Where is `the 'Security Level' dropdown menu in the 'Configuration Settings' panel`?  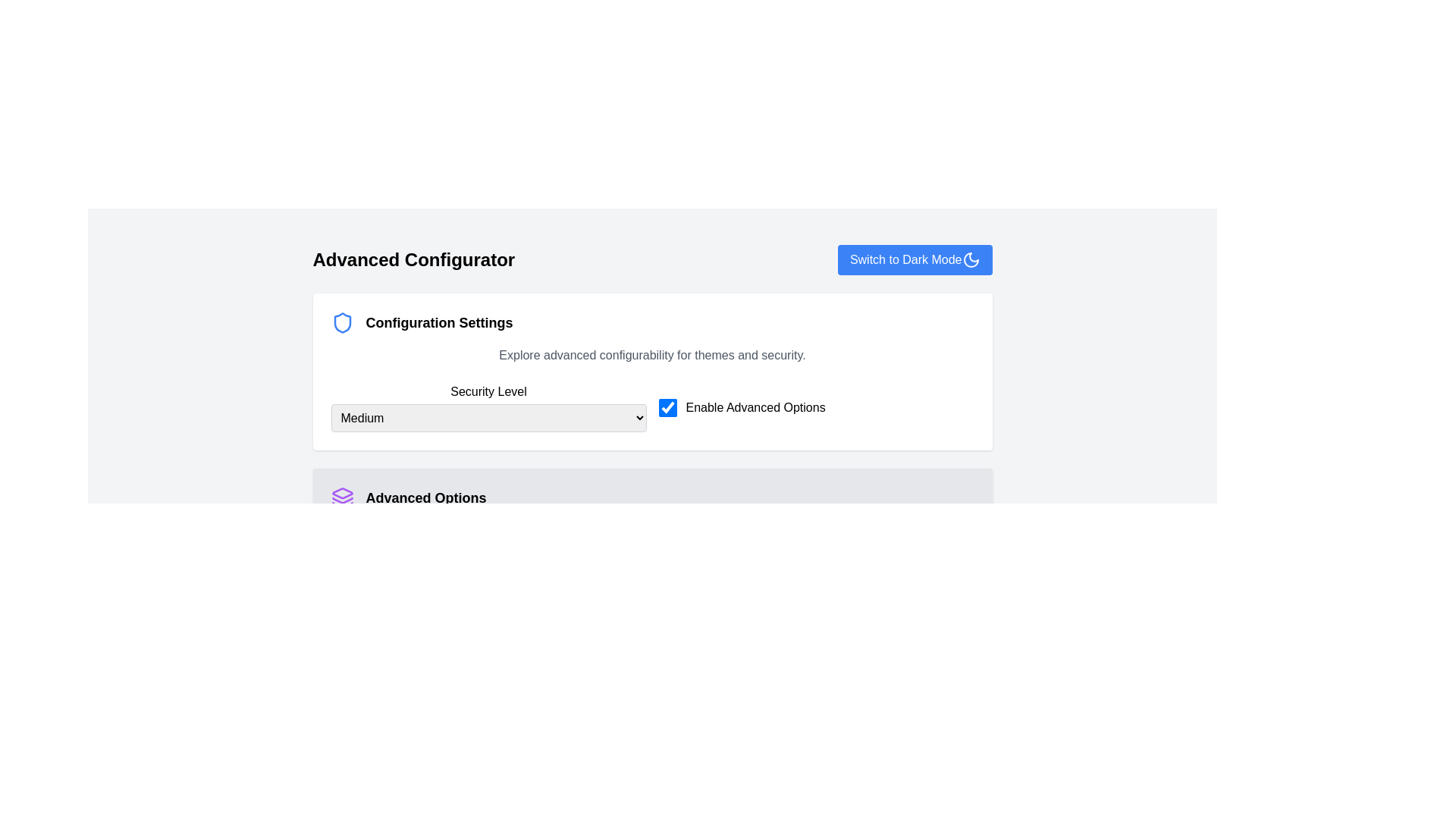
the 'Security Level' dropdown menu in the 'Configuration Settings' panel is located at coordinates (488, 406).